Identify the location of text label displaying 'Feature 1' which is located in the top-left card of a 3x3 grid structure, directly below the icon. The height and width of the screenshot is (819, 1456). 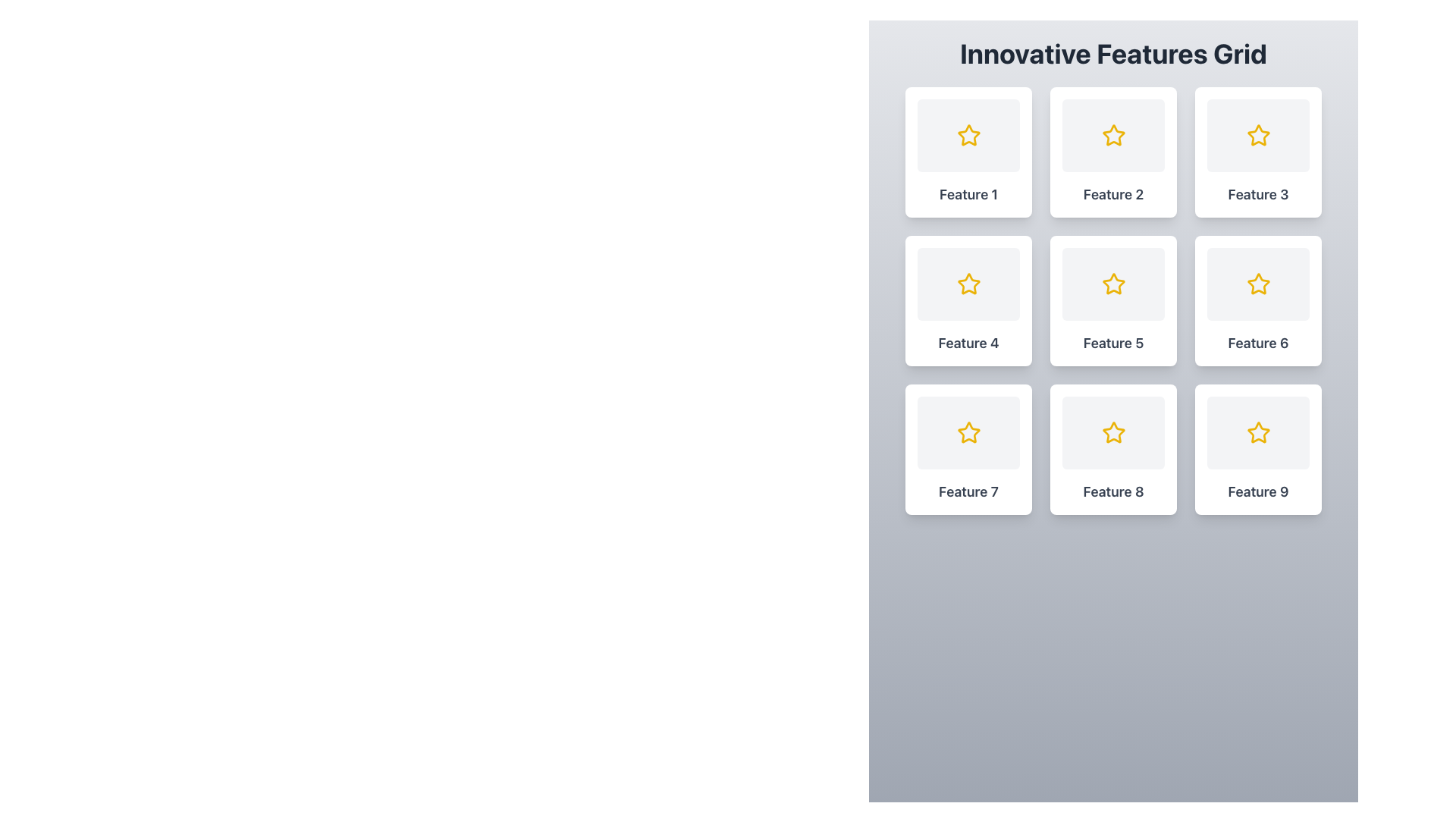
(968, 194).